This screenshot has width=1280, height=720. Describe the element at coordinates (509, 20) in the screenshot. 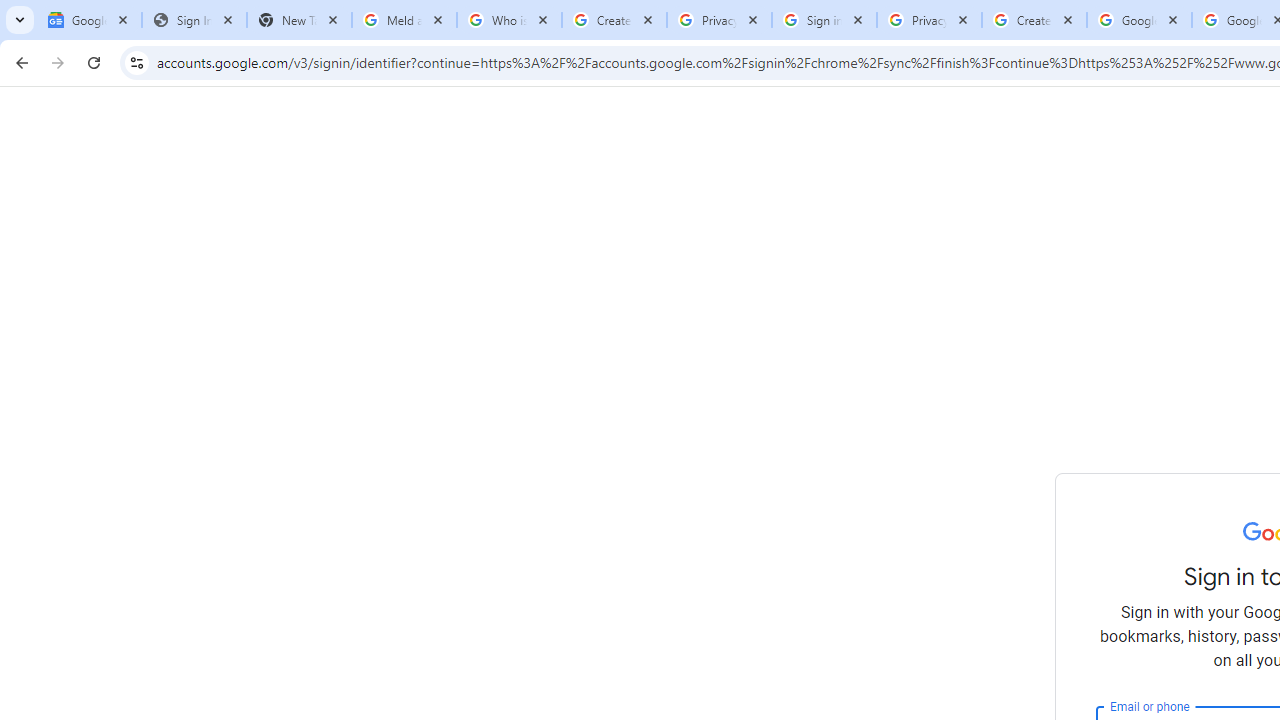

I see `'Who is my administrator? - Google Account Help'` at that location.